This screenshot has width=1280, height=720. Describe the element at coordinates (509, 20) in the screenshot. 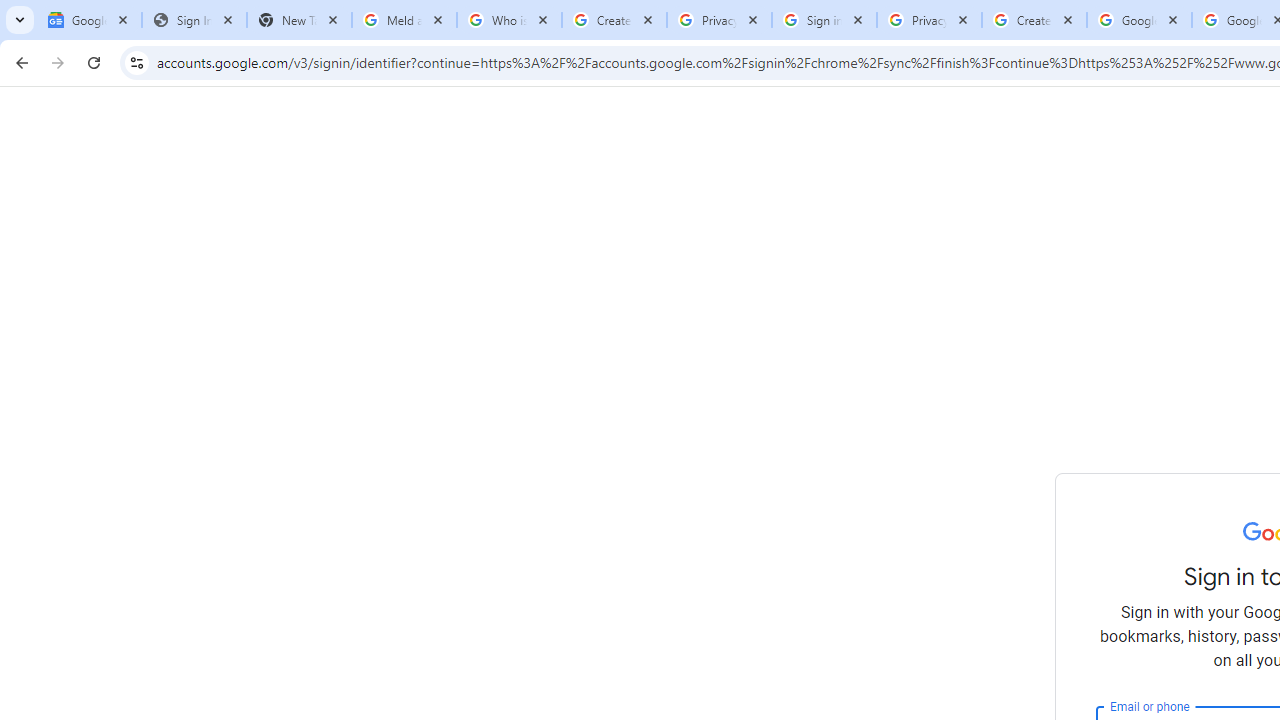

I see `'Who is my administrator? - Google Account Help'` at that location.